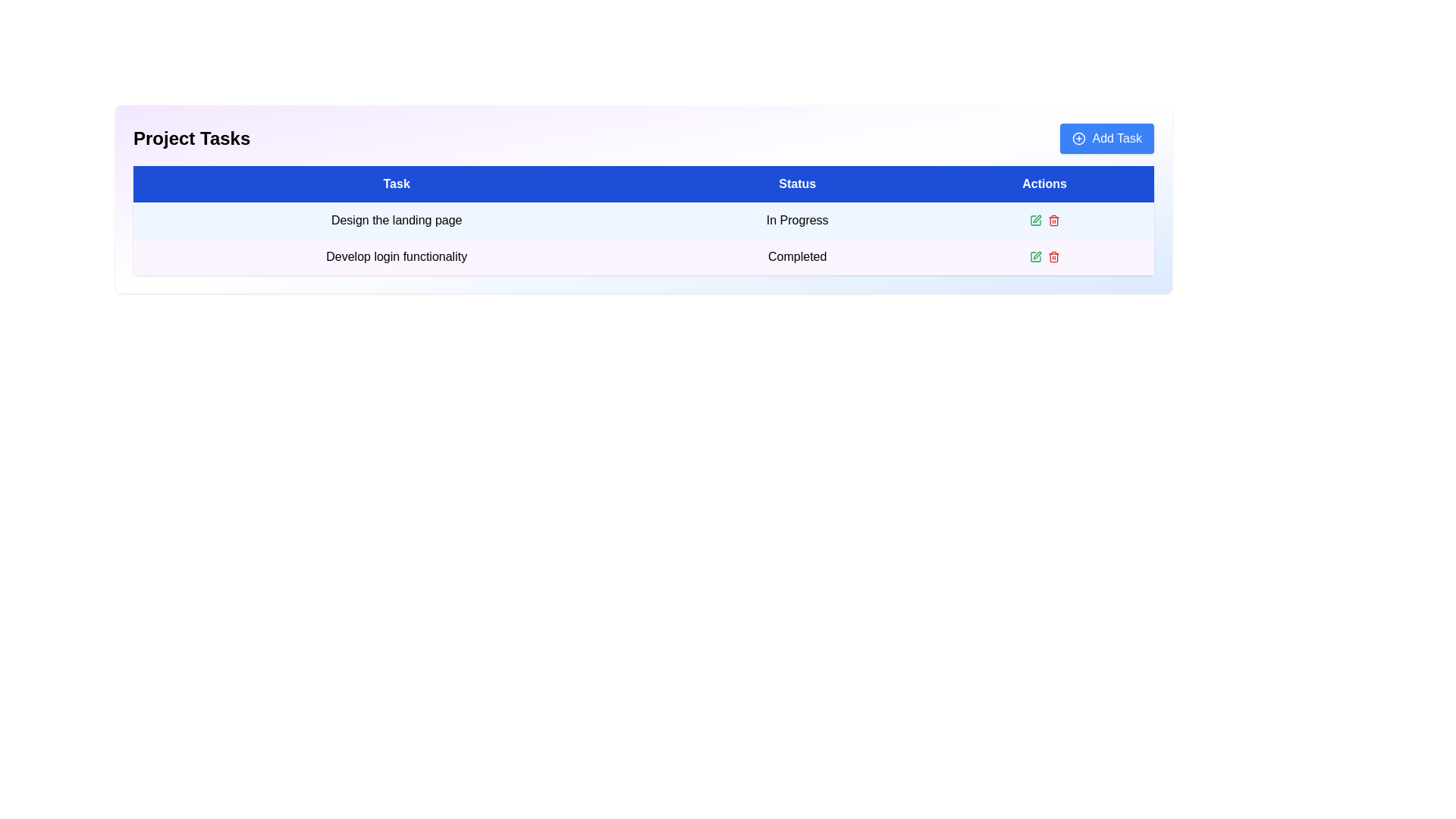 The height and width of the screenshot is (819, 1456). Describe the element at coordinates (796, 256) in the screenshot. I see `the text label displaying 'Completed' in the second row of the table under the 'Status' column, which has a light purple background` at that location.